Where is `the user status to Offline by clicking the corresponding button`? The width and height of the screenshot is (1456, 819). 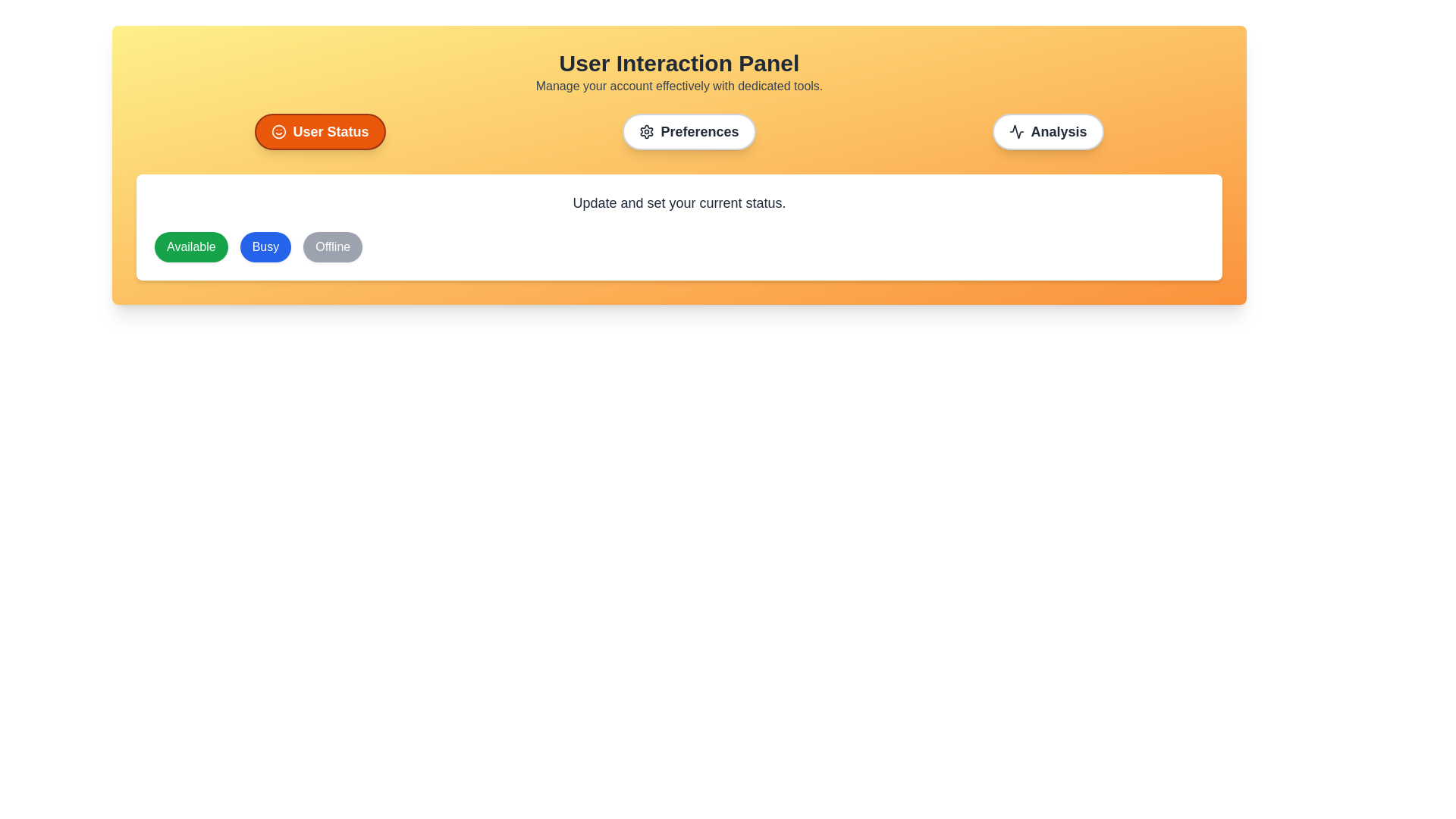
the user status to Offline by clicking the corresponding button is located at coordinates (331, 246).